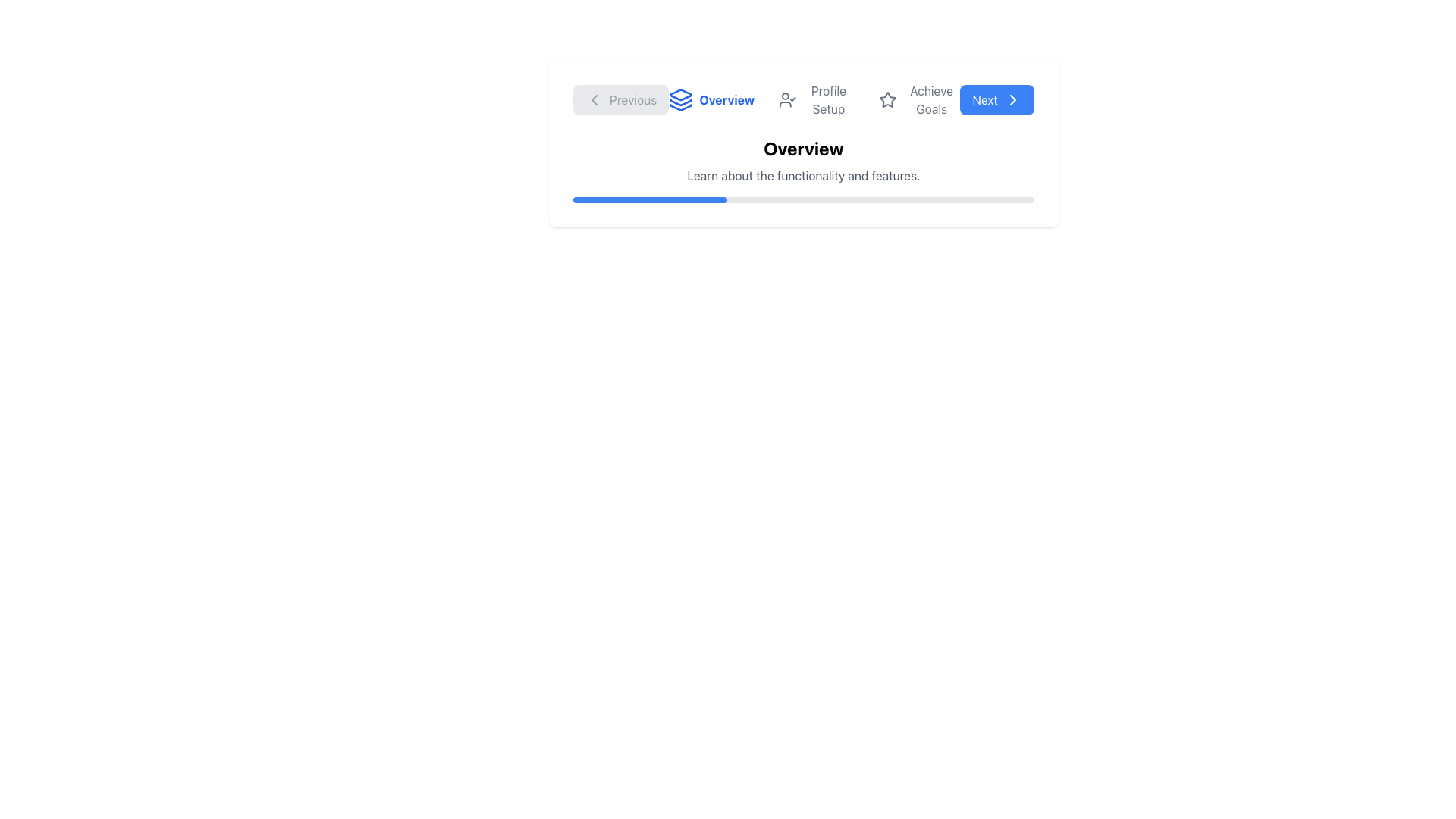 The width and height of the screenshot is (1456, 819). I want to click on the star icon graphic, which represents a feature or theme such as 'favorite' or 'achievement', located in the horizontal navigation bar to the left of the text 'Achieve Goals', so click(888, 99).